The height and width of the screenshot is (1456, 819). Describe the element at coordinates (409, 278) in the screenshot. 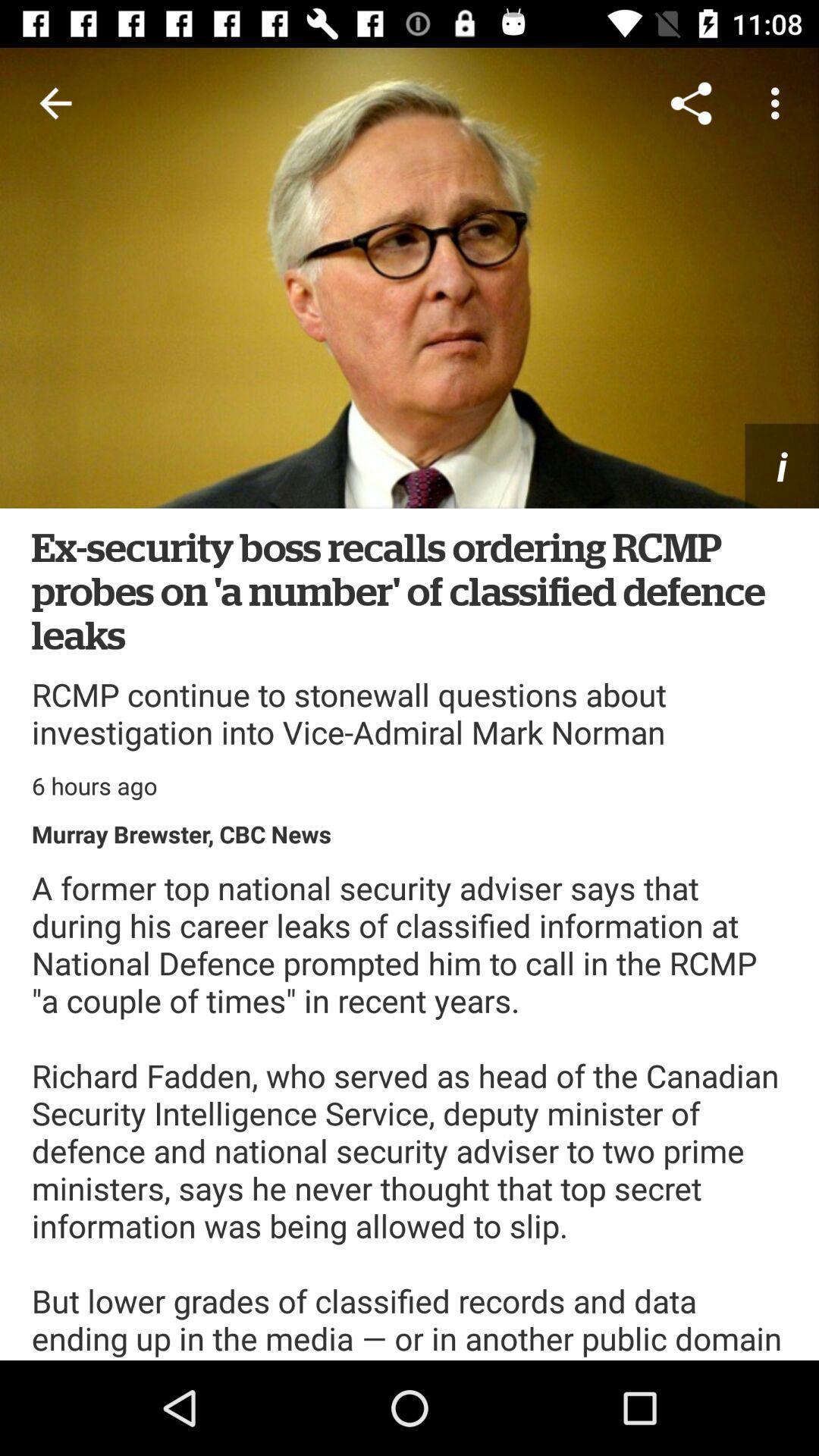

I see `item above the ex security boss item` at that location.